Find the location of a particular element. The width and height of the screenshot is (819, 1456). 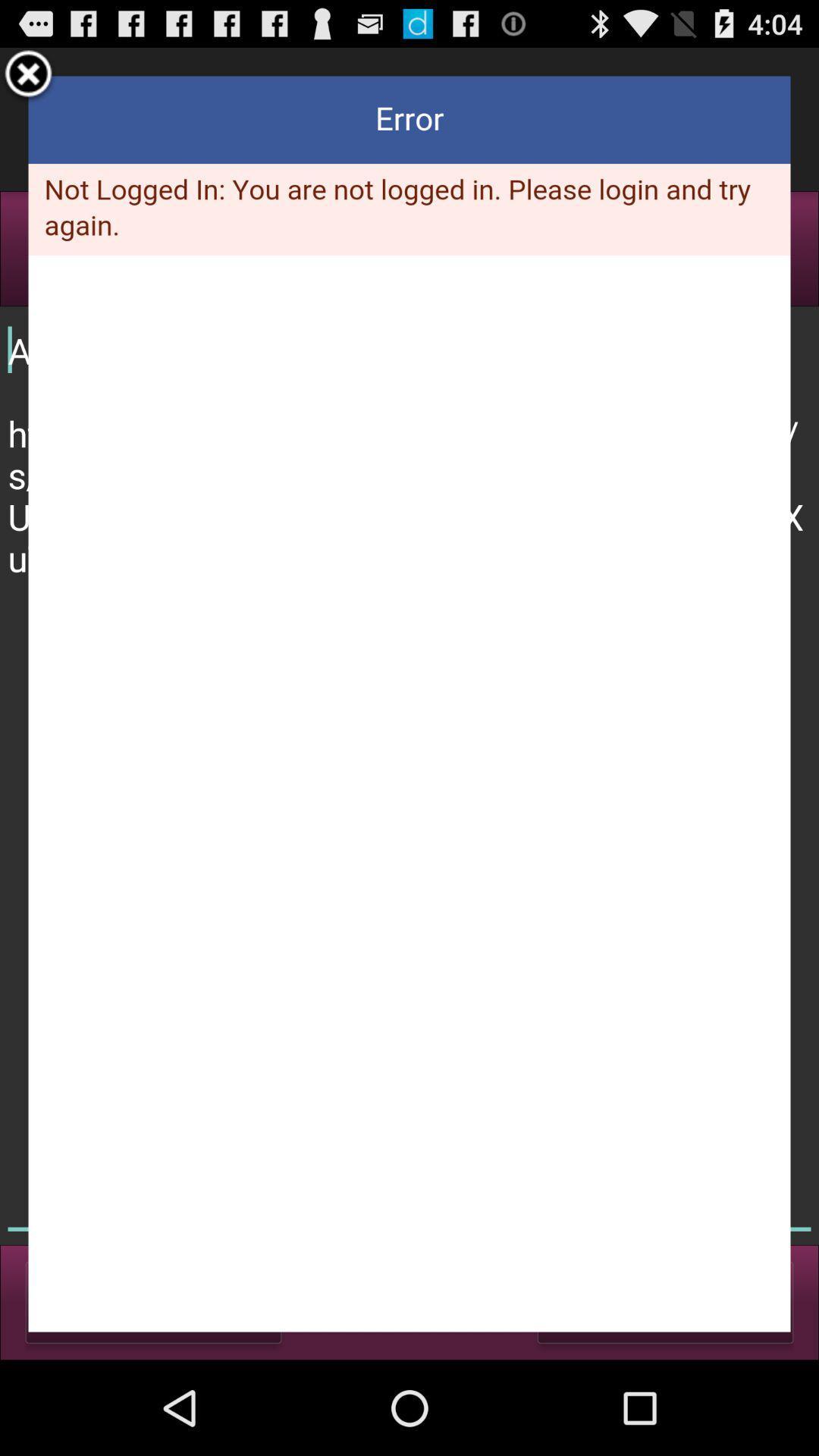

window is located at coordinates (28, 75).